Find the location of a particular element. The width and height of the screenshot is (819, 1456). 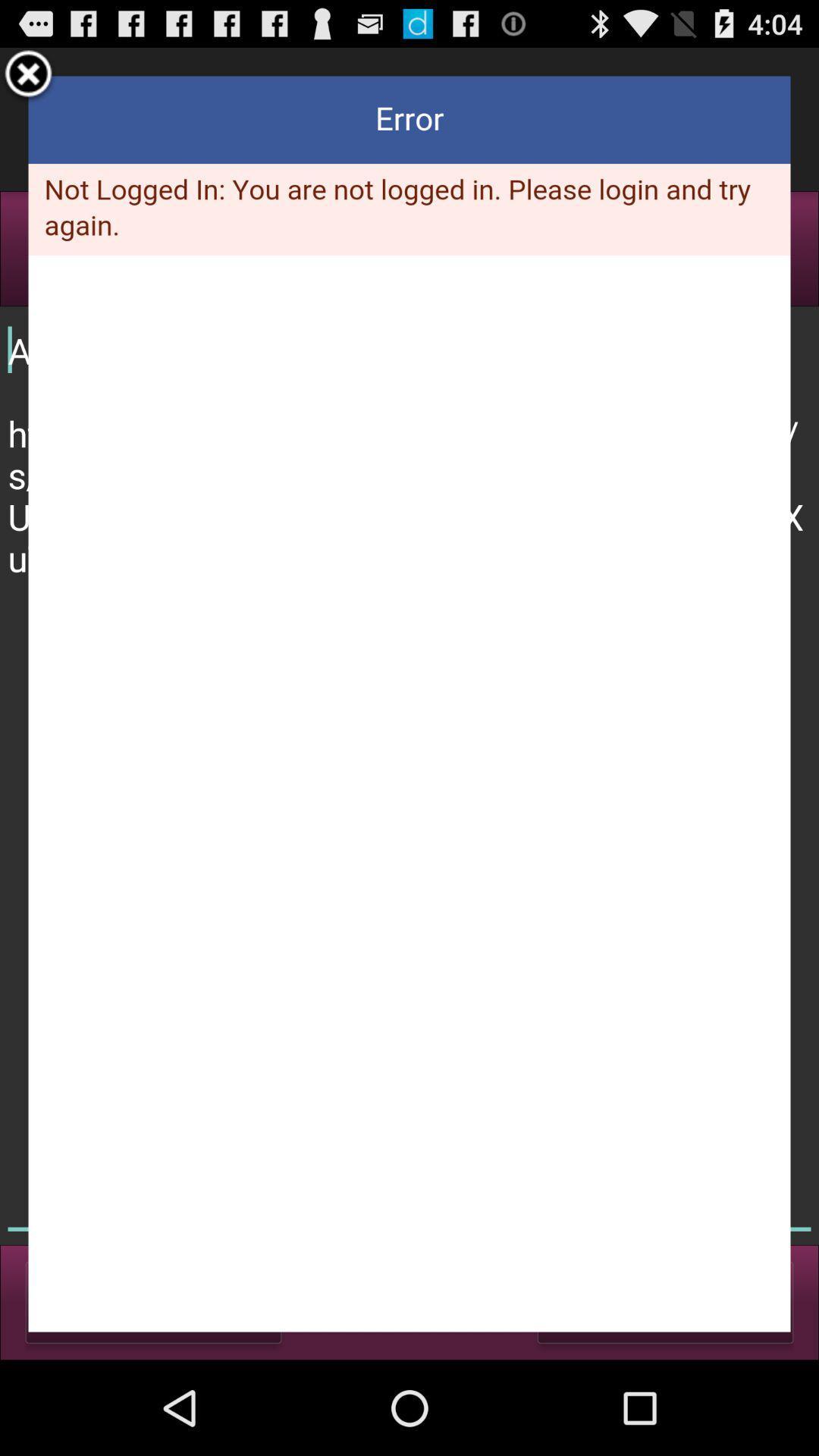

window is located at coordinates (28, 75).